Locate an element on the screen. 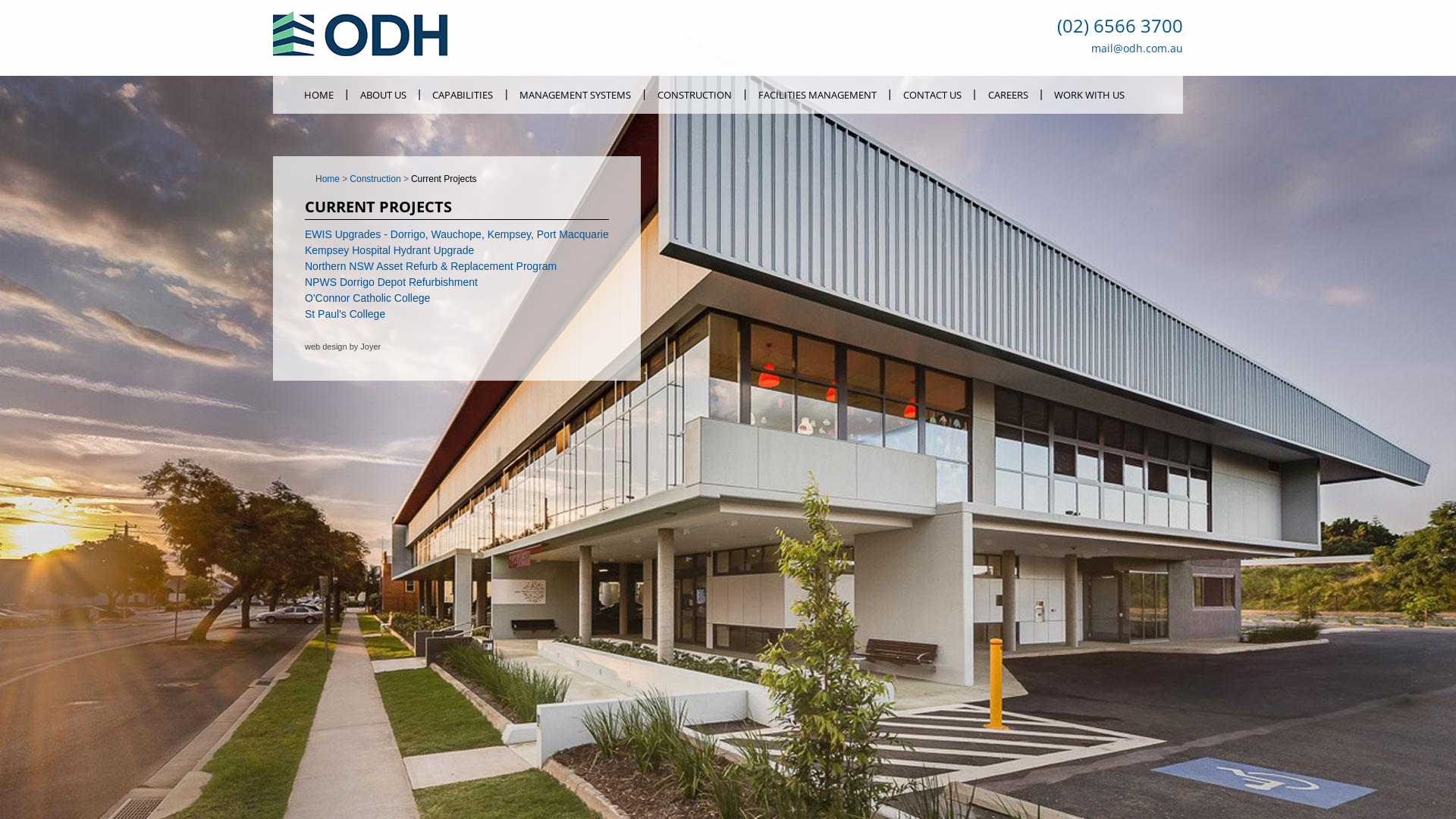 Image resolution: width=1456 pixels, height=819 pixels. 'CONSTRUCTION' is located at coordinates (694, 94).